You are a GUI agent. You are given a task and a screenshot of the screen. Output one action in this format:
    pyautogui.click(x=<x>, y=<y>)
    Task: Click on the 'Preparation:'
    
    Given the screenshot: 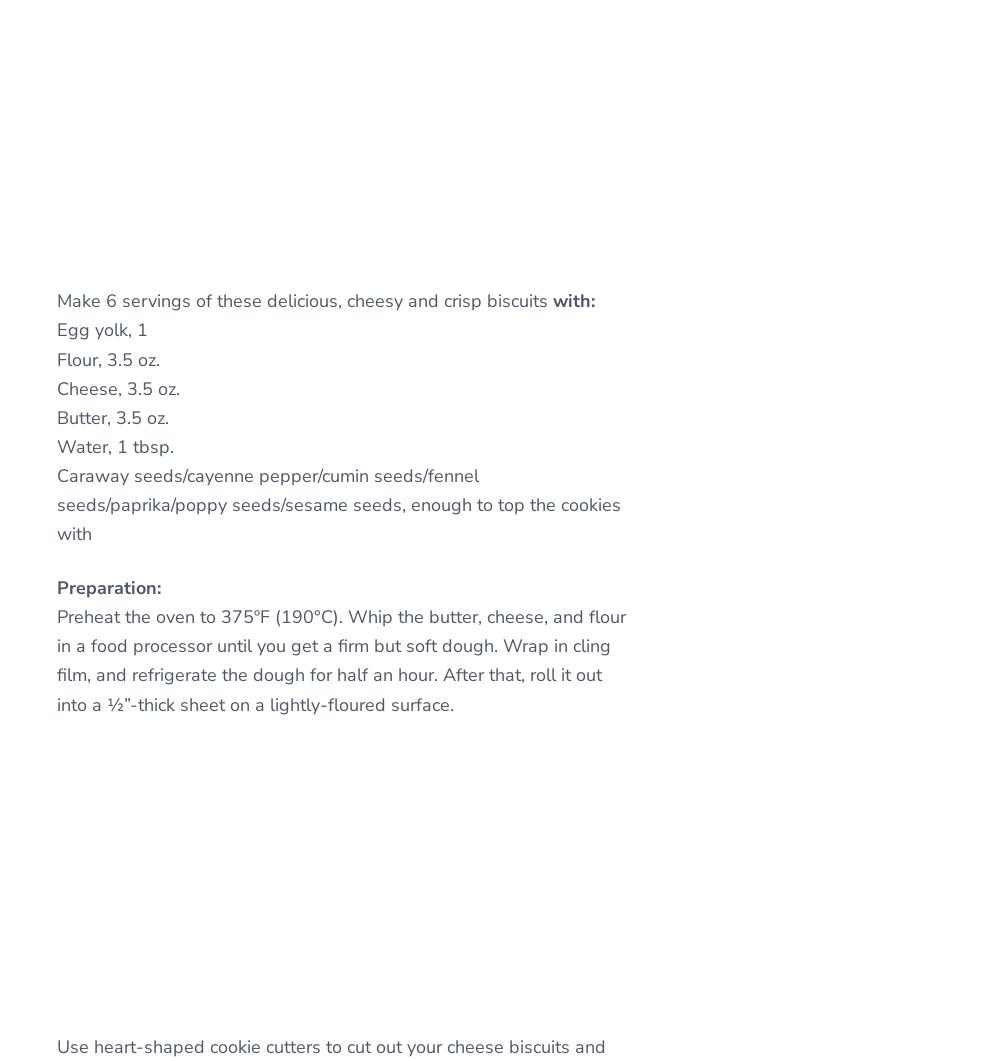 What is the action you would take?
    pyautogui.click(x=108, y=587)
    